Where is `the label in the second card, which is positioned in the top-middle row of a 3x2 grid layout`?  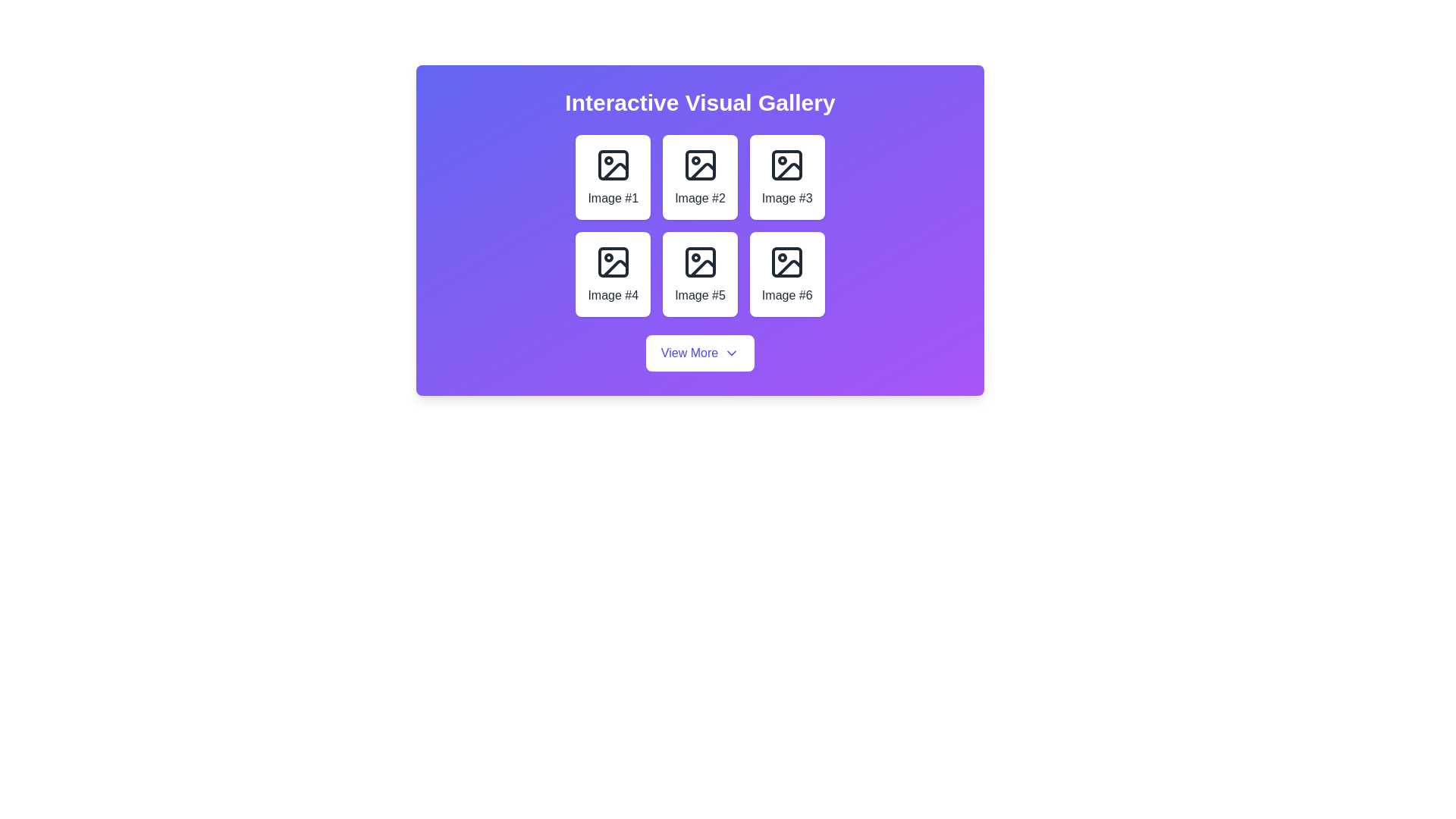
the label in the second card, which is positioned in the top-middle row of a 3x2 grid layout is located at coordinates (699, 198).